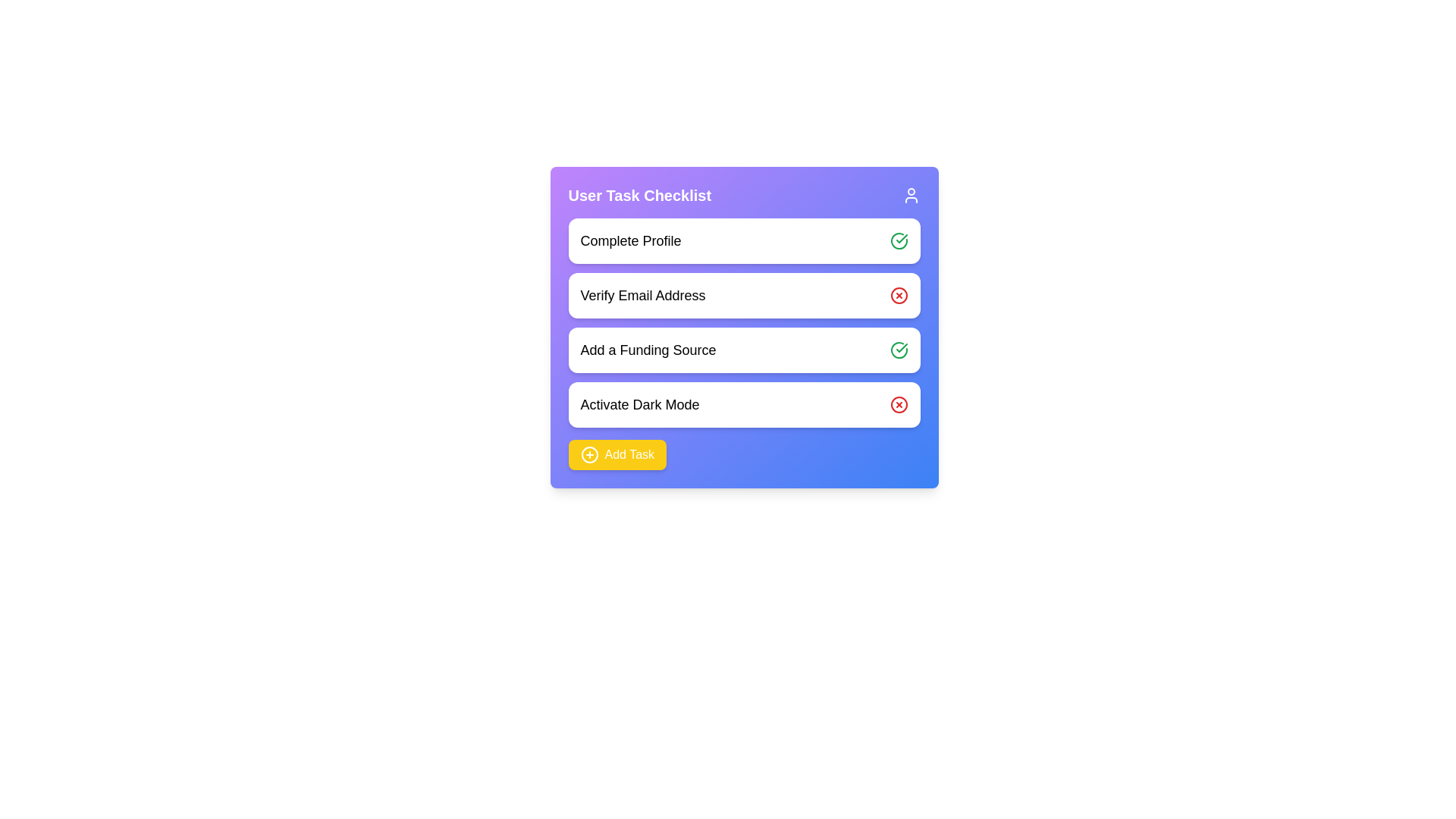 Image resolution: width=1456 pixels, height=819 pixels. Describe the element at coordinates (910, 195) in the screenshot. I see `the decorative icon located on the far-right of the 'User Task Checklist' header, next to the header text` at that location.